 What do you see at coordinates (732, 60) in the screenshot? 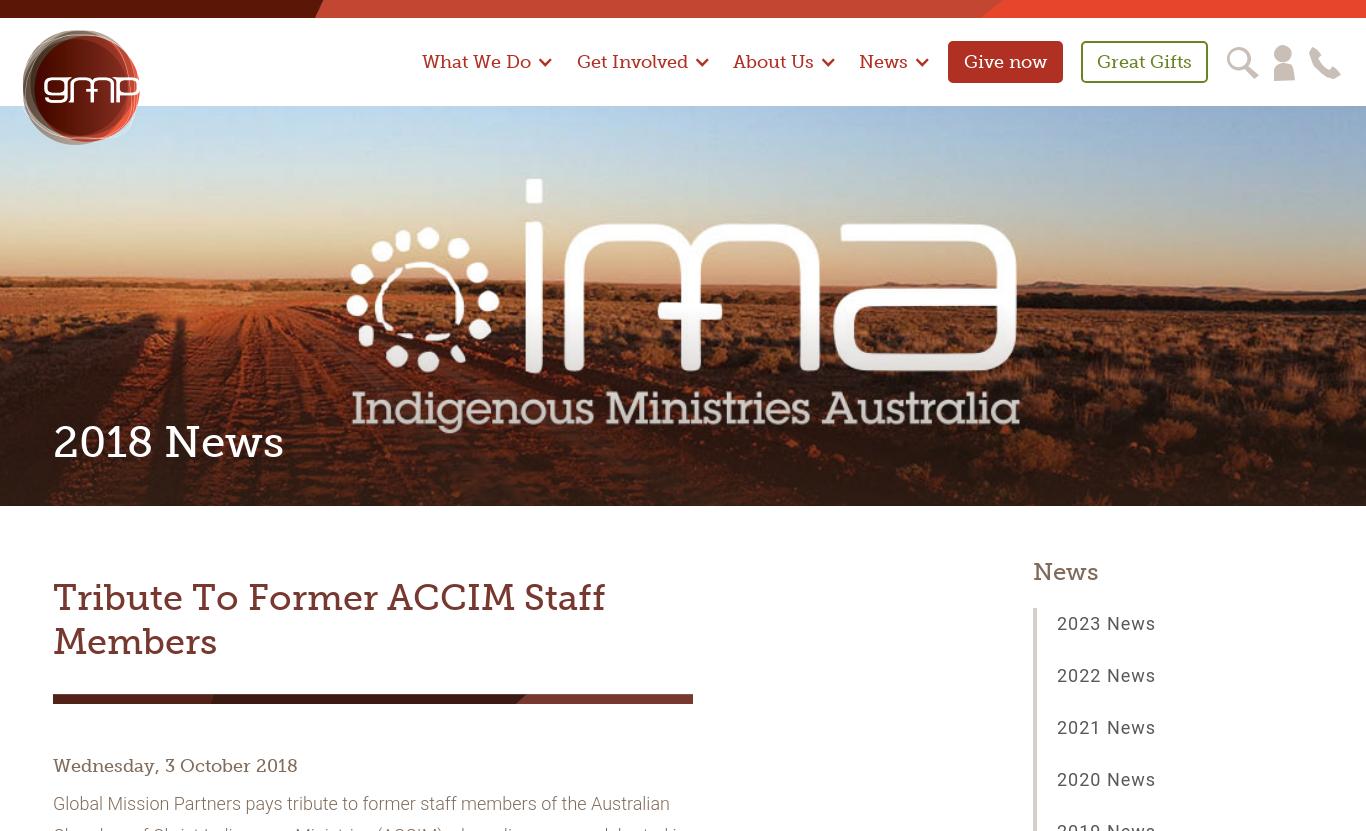
I see `'About Us'` at bounding box center [732, 60].